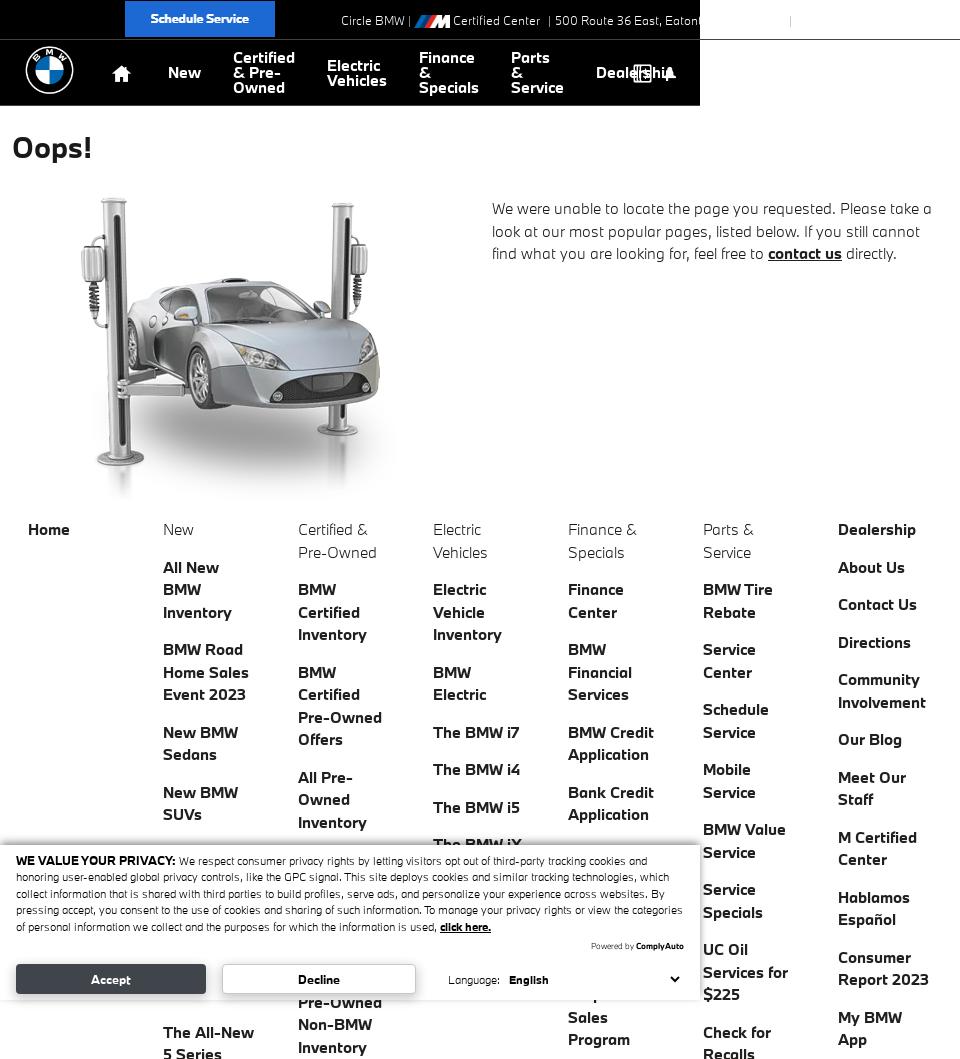 This screenshot has width=960, height=1059. What do you see at coordinates (725, 20) in the screenshot?
I see `','` at bounding box center [725, 20].